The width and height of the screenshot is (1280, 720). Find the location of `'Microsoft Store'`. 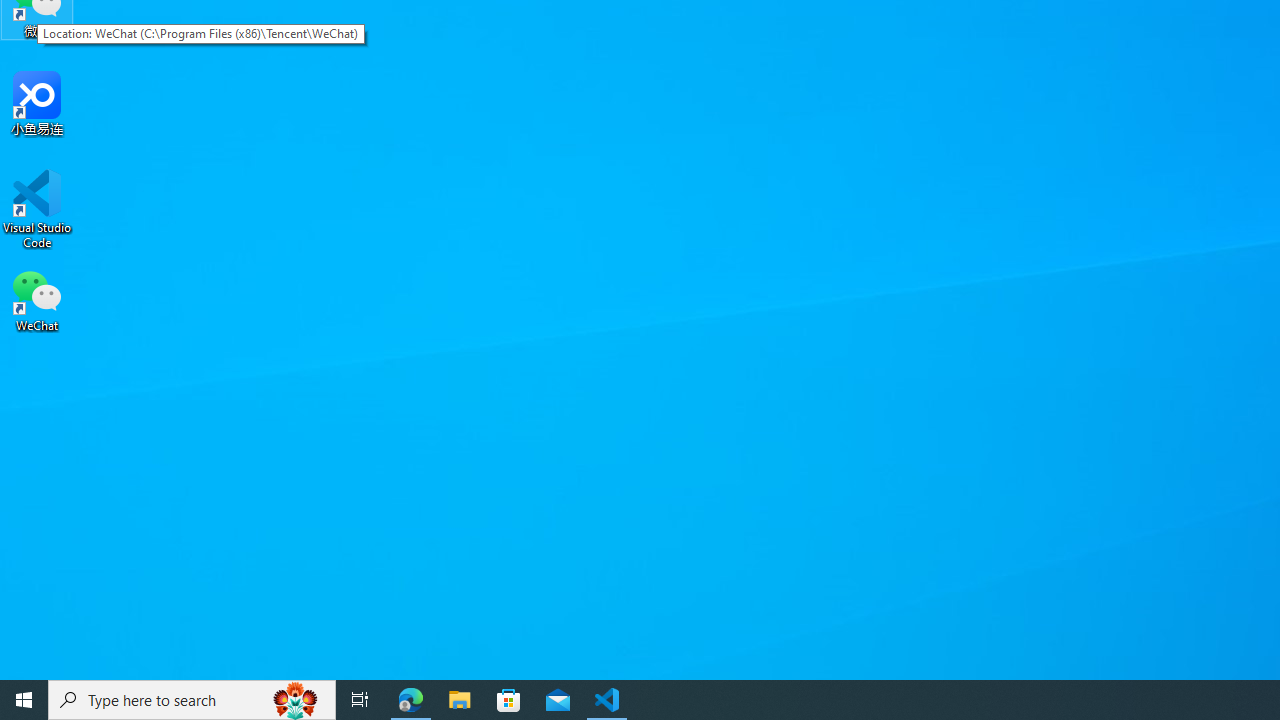

'Microsoft Store' is located at coordinates (509, 698).